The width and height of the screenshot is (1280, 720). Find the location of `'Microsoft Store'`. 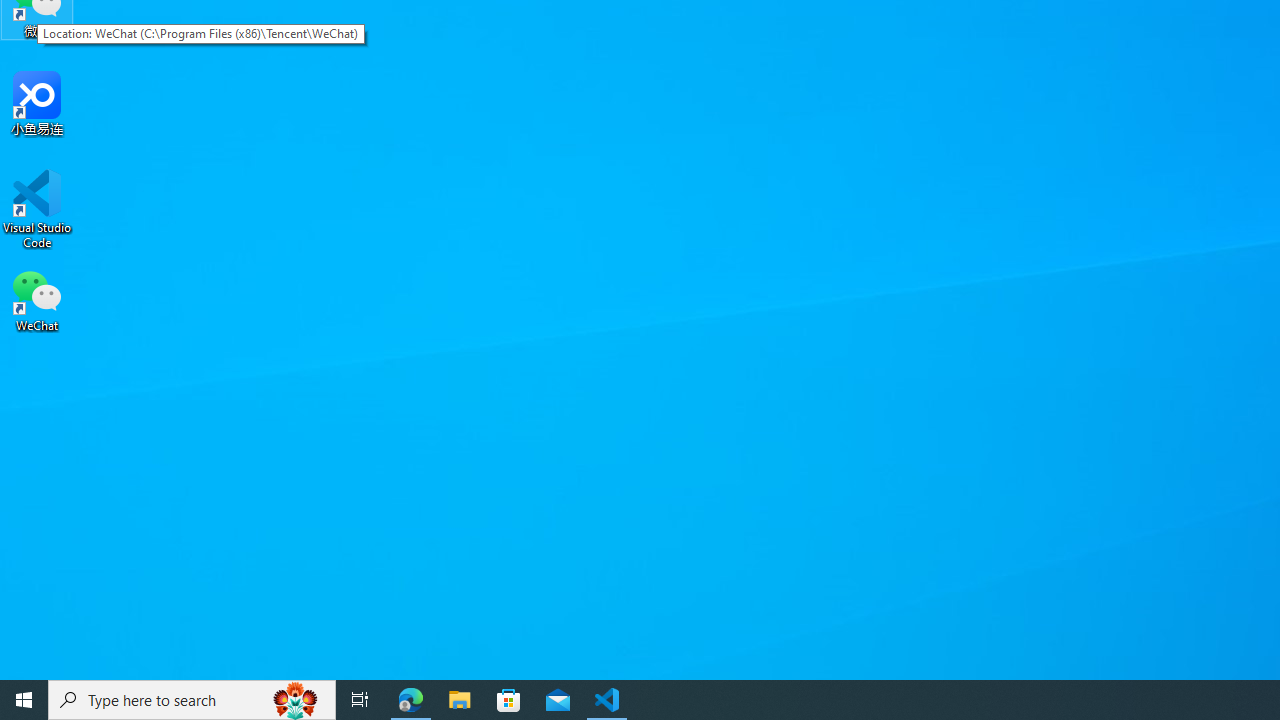

'Microsoft Store' is located at coordinates (509, 698).